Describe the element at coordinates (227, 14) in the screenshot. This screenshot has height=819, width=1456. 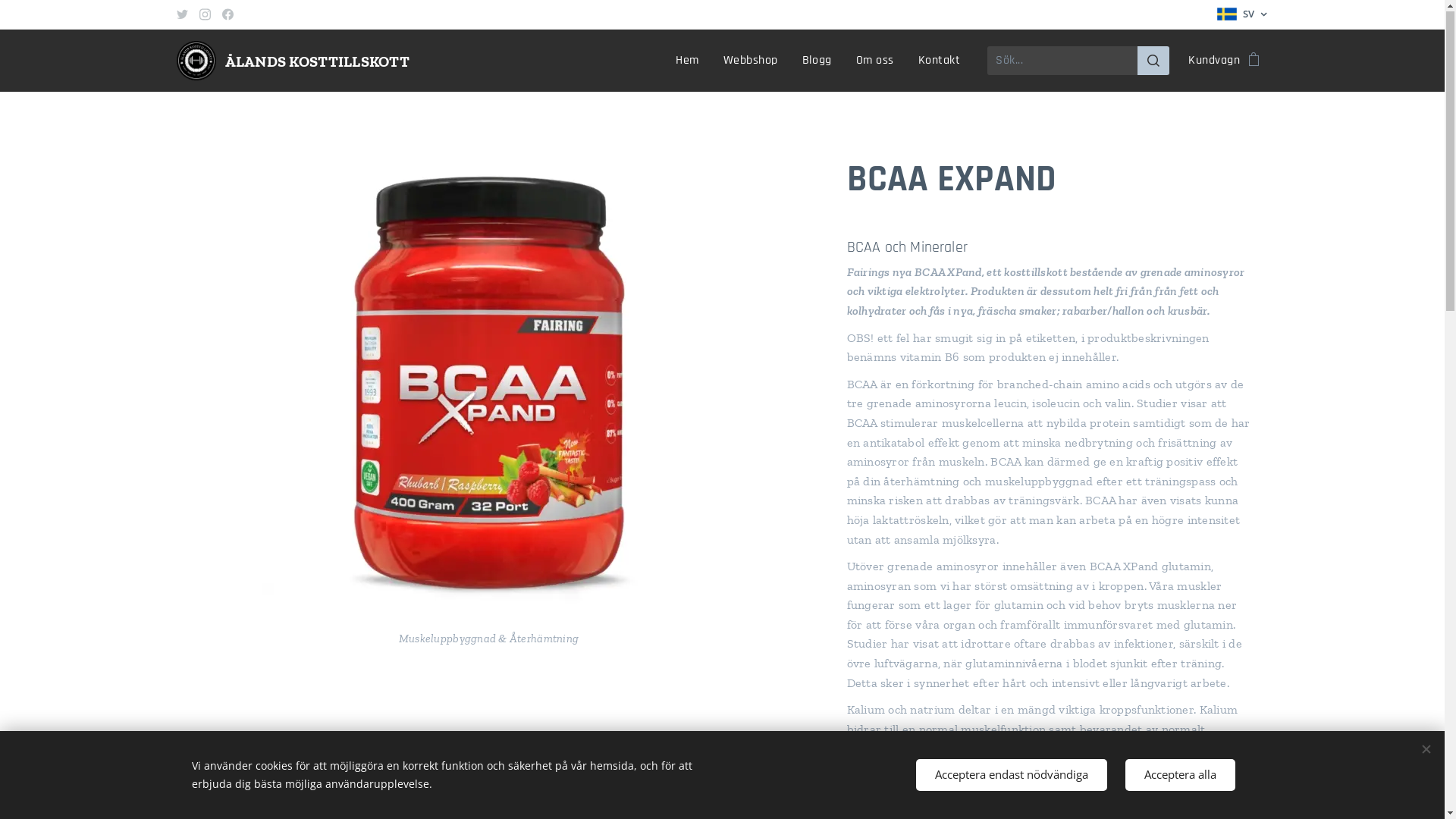
I see `'Facebook'` at that location.